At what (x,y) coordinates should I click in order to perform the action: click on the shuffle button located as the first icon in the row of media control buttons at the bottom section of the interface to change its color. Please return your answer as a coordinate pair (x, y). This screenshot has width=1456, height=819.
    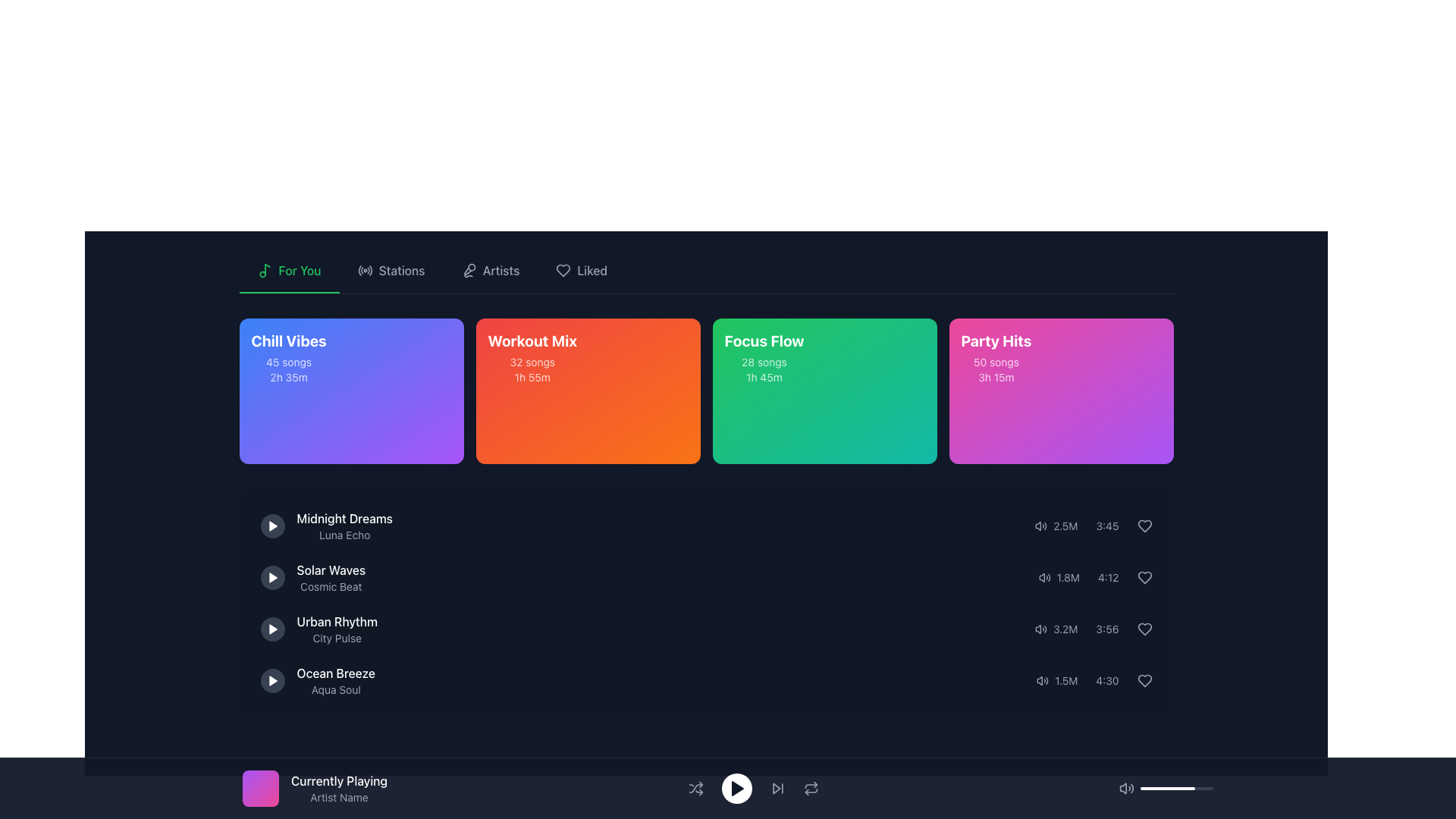
    Looking at the image, I should click on (695, 788).